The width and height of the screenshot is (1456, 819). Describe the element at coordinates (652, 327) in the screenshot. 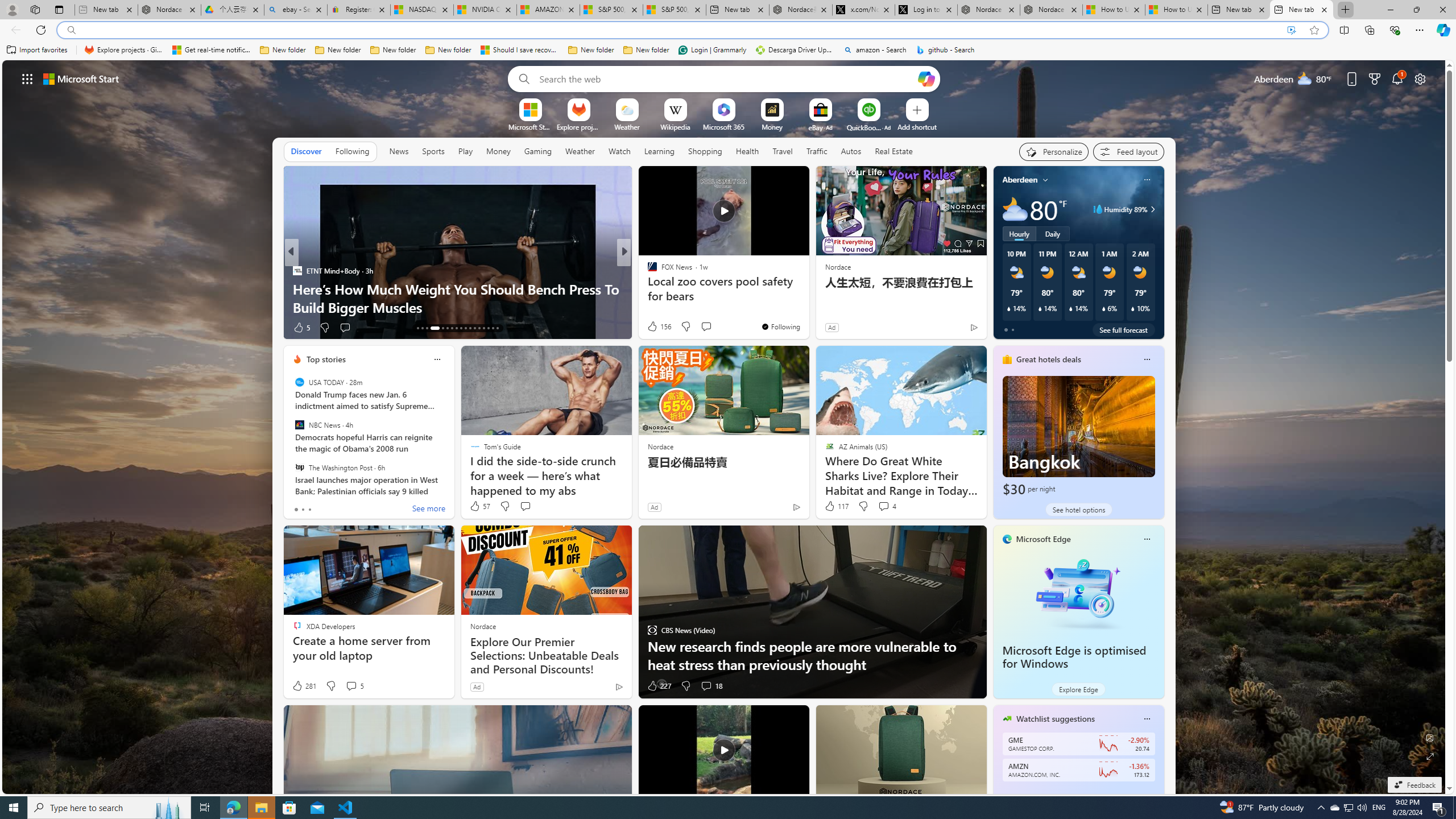

I see `'14 Like'` at that location.